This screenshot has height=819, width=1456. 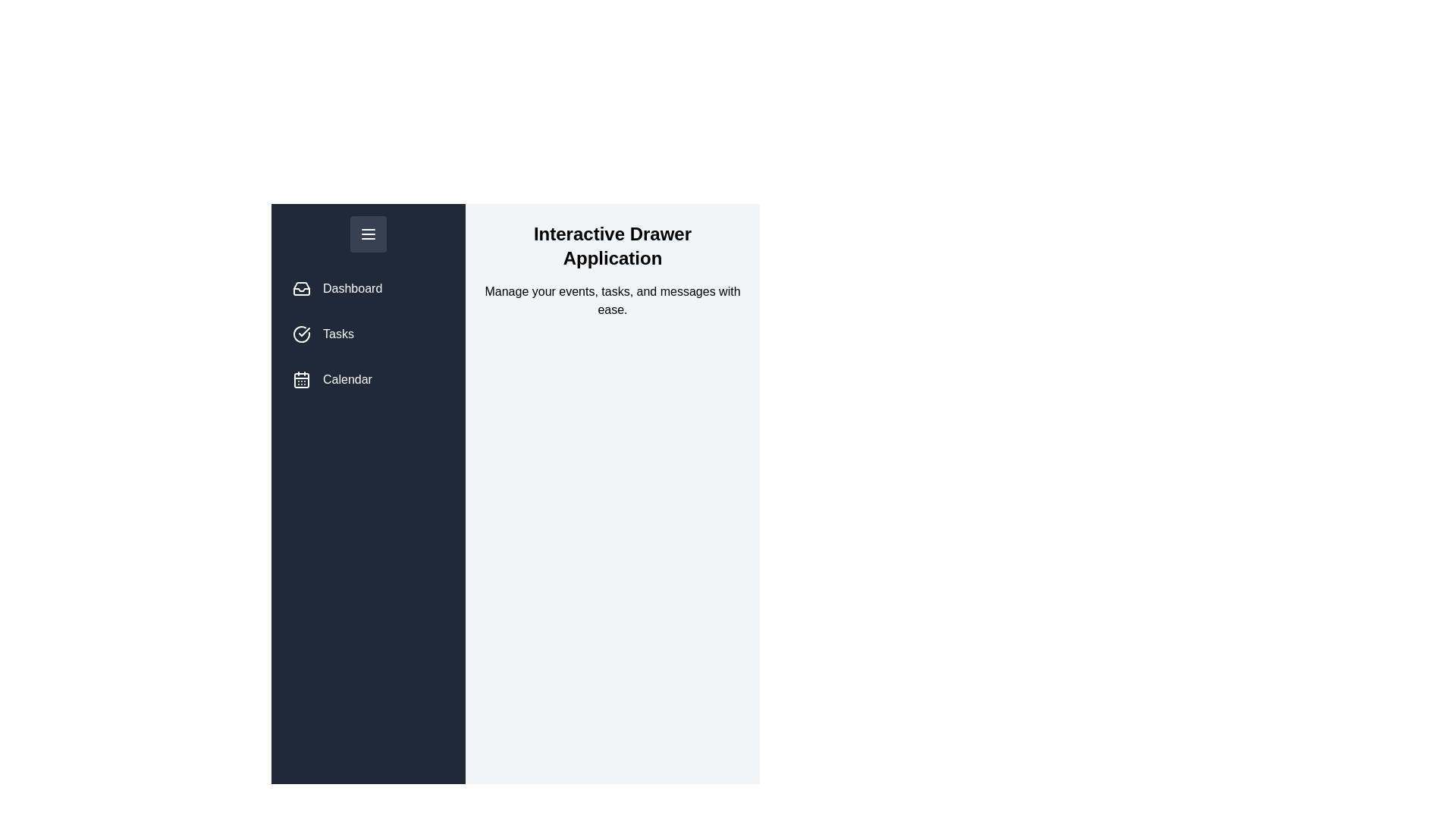 What do you see at coordinates (368, 234) in the screenshot?
I see `the dark gray rectangular button with a three-line icon at the top of the vertical navigation panel` at bounding box center [368, 234].